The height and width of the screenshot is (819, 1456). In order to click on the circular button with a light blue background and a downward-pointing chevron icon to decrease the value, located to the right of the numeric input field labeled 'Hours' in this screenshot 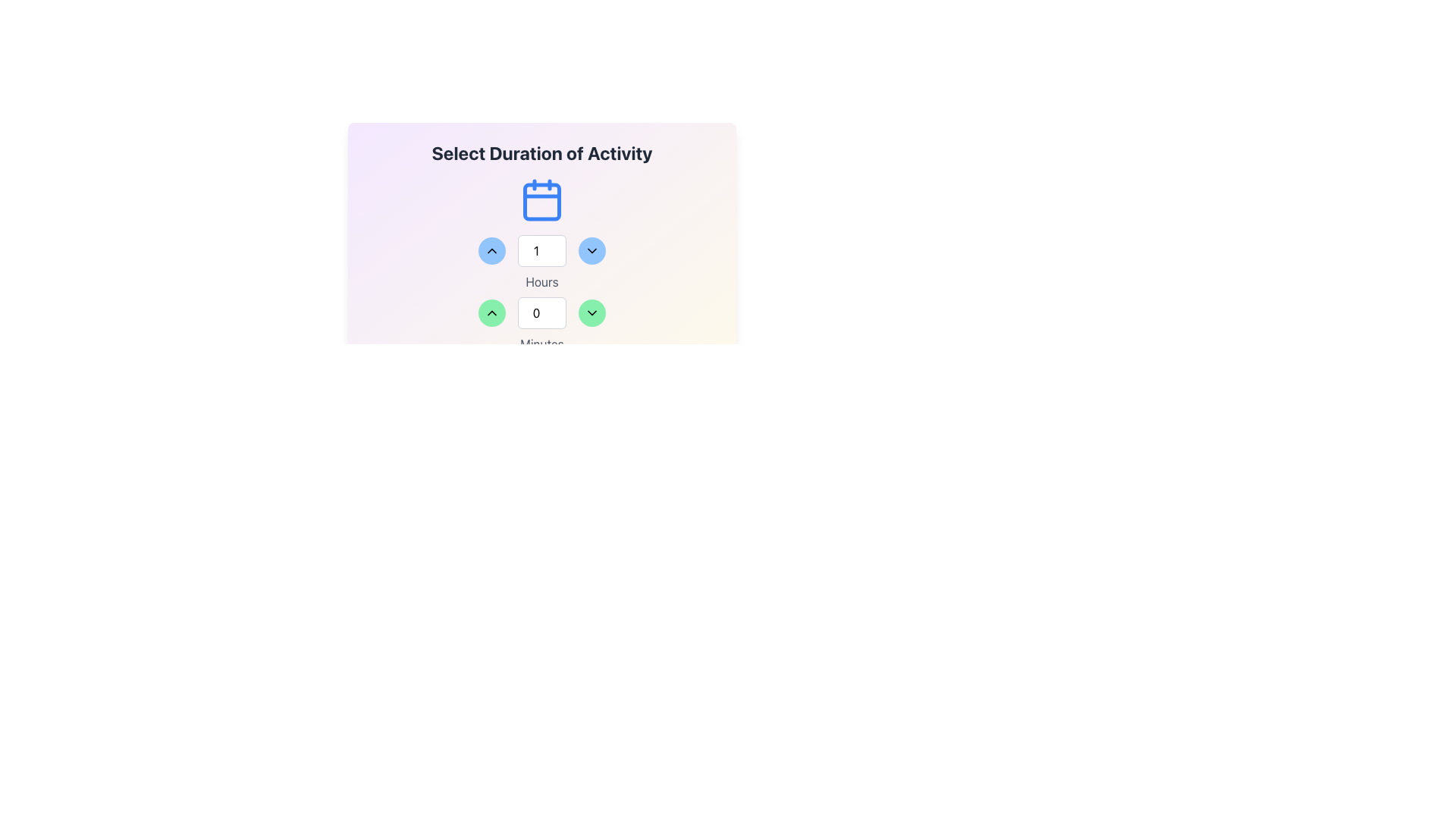, I will do `click(591, 250)`.